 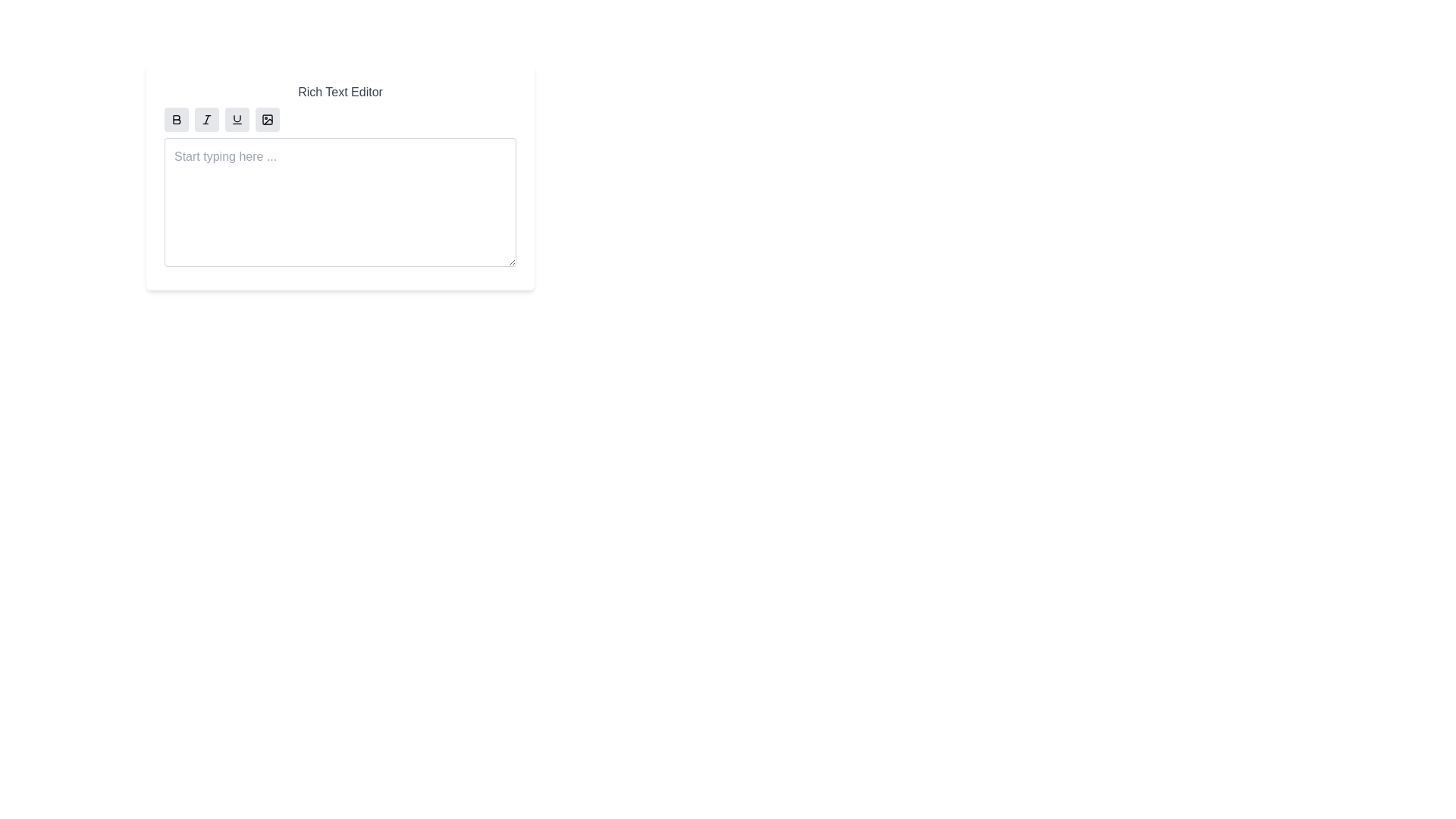 What do you see at coordinates (268, 119) in the screenshot?
I see `the 'Insert Image' button, which is the fourth button in the horizontal toolbar of the rich text editor` at bounding box center [268, 119].